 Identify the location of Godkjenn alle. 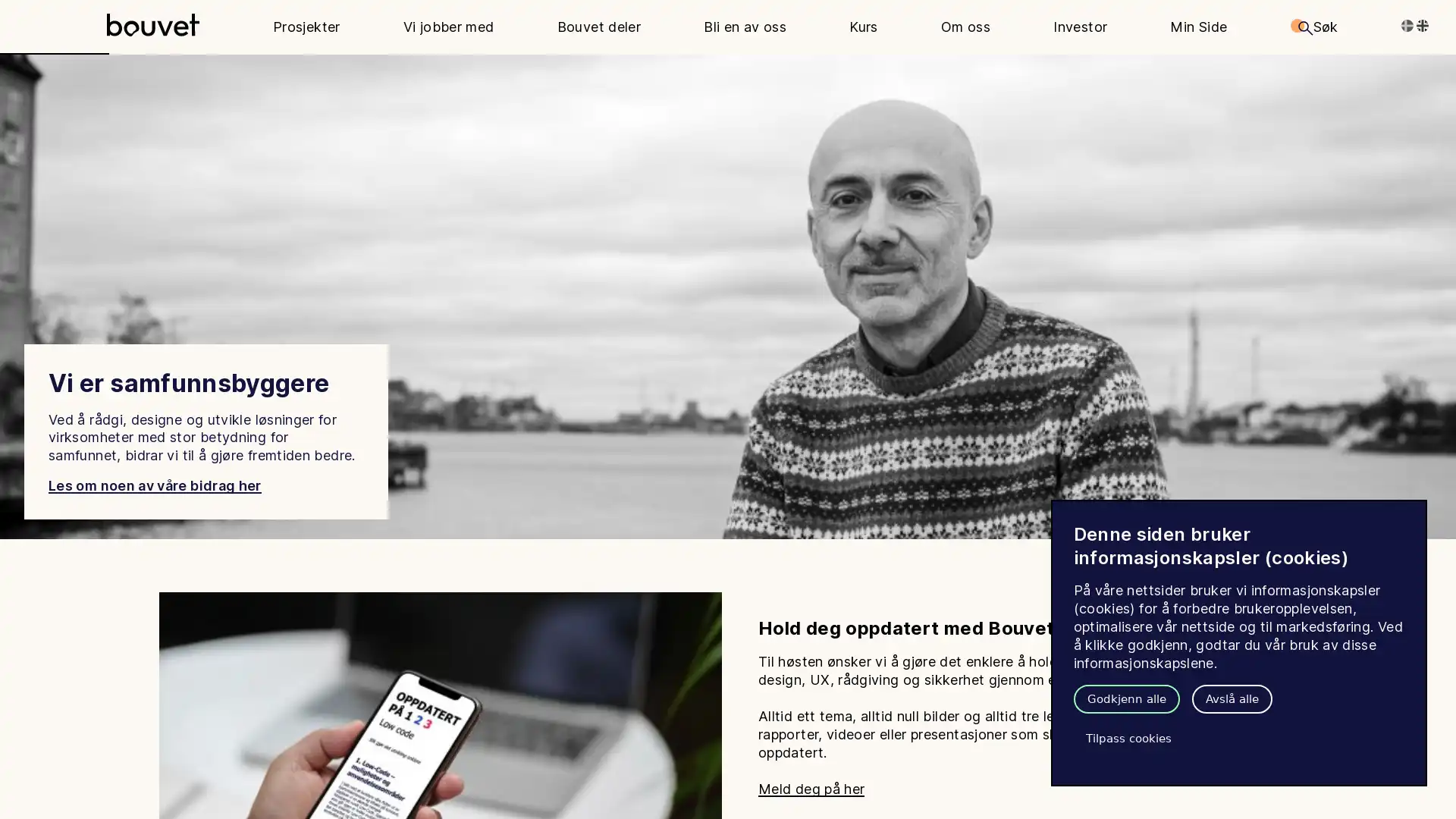
(1125, 698).